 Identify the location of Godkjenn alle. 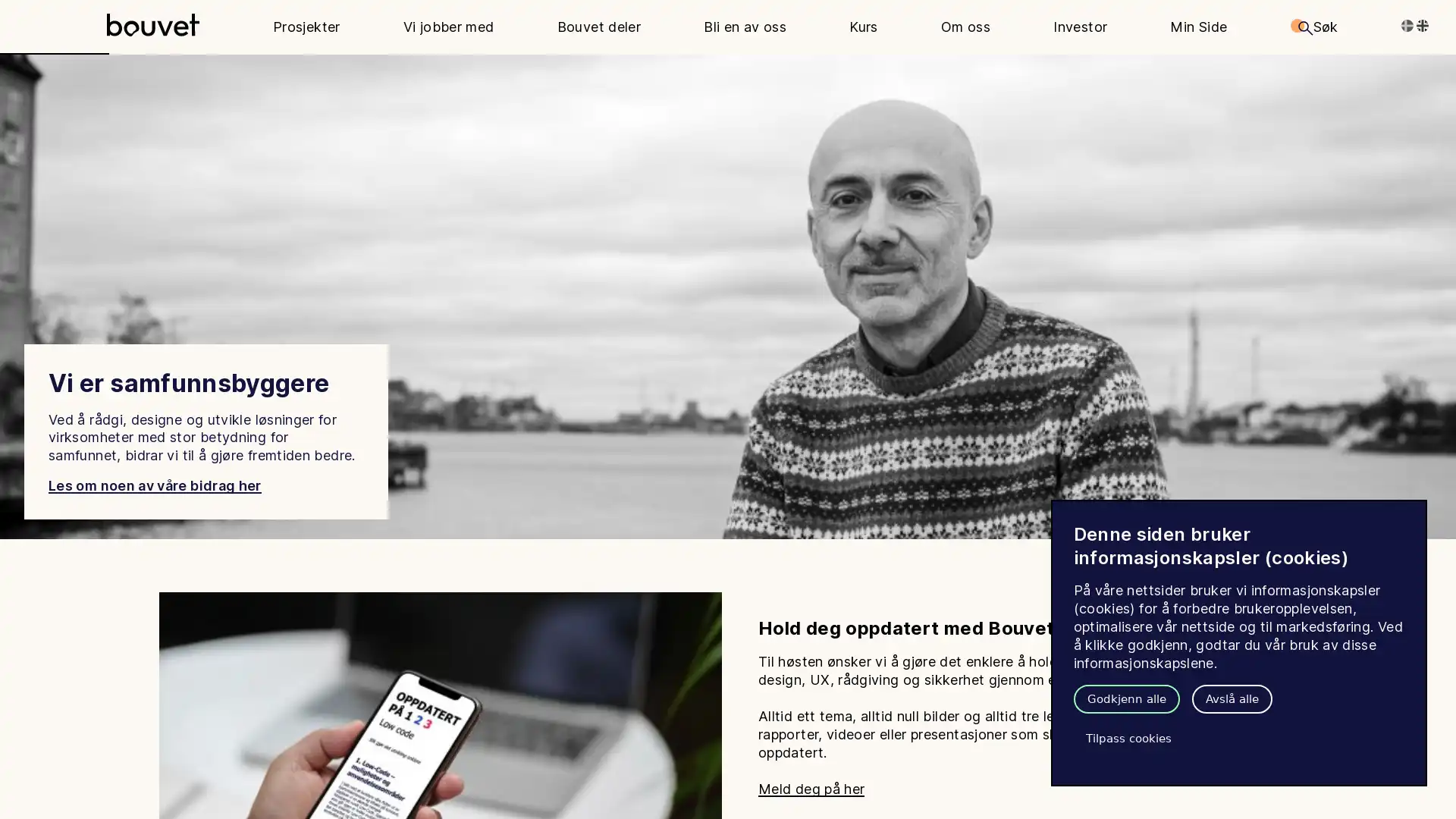
(1125, 698).